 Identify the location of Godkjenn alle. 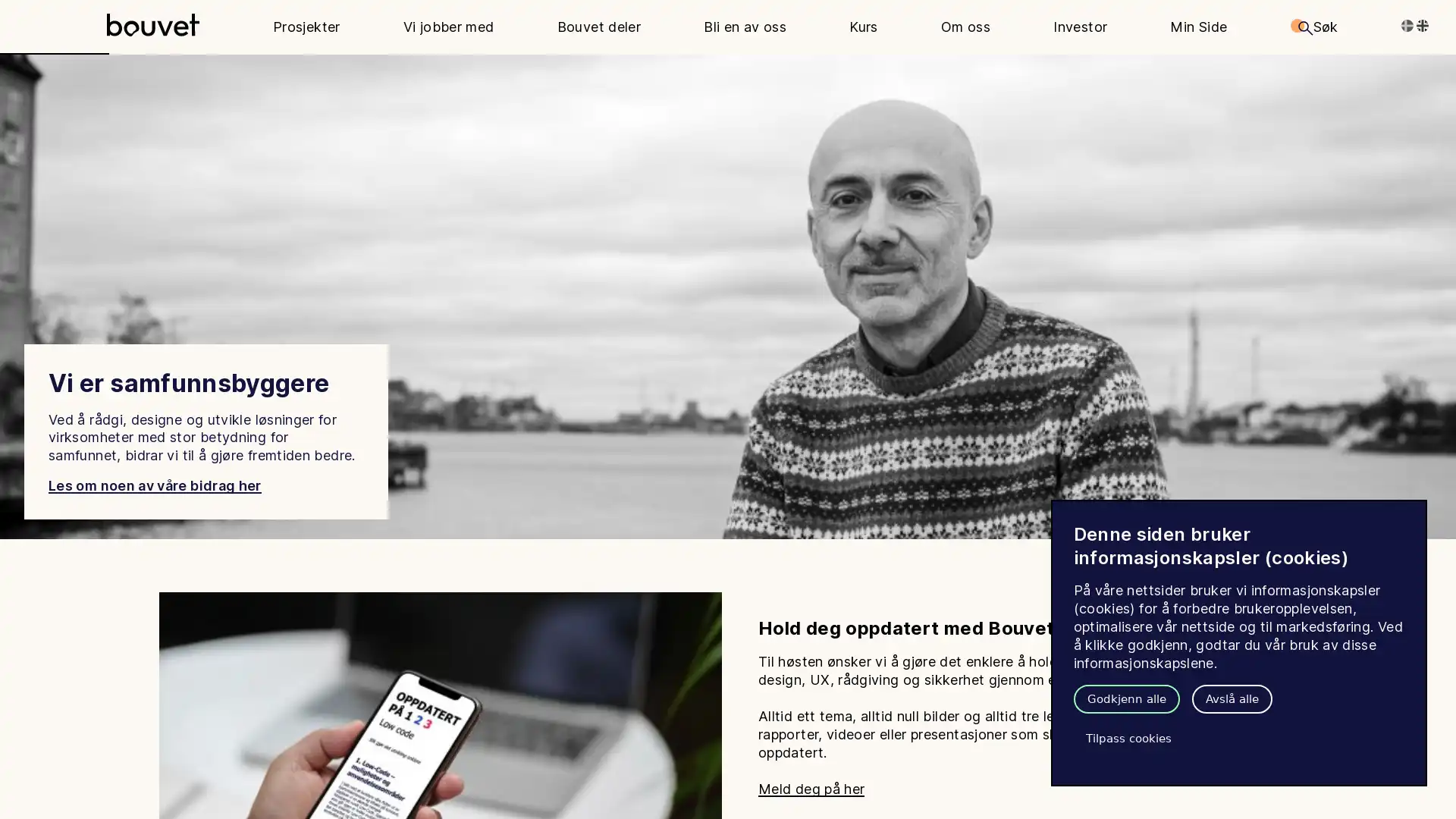
(1125, 698).